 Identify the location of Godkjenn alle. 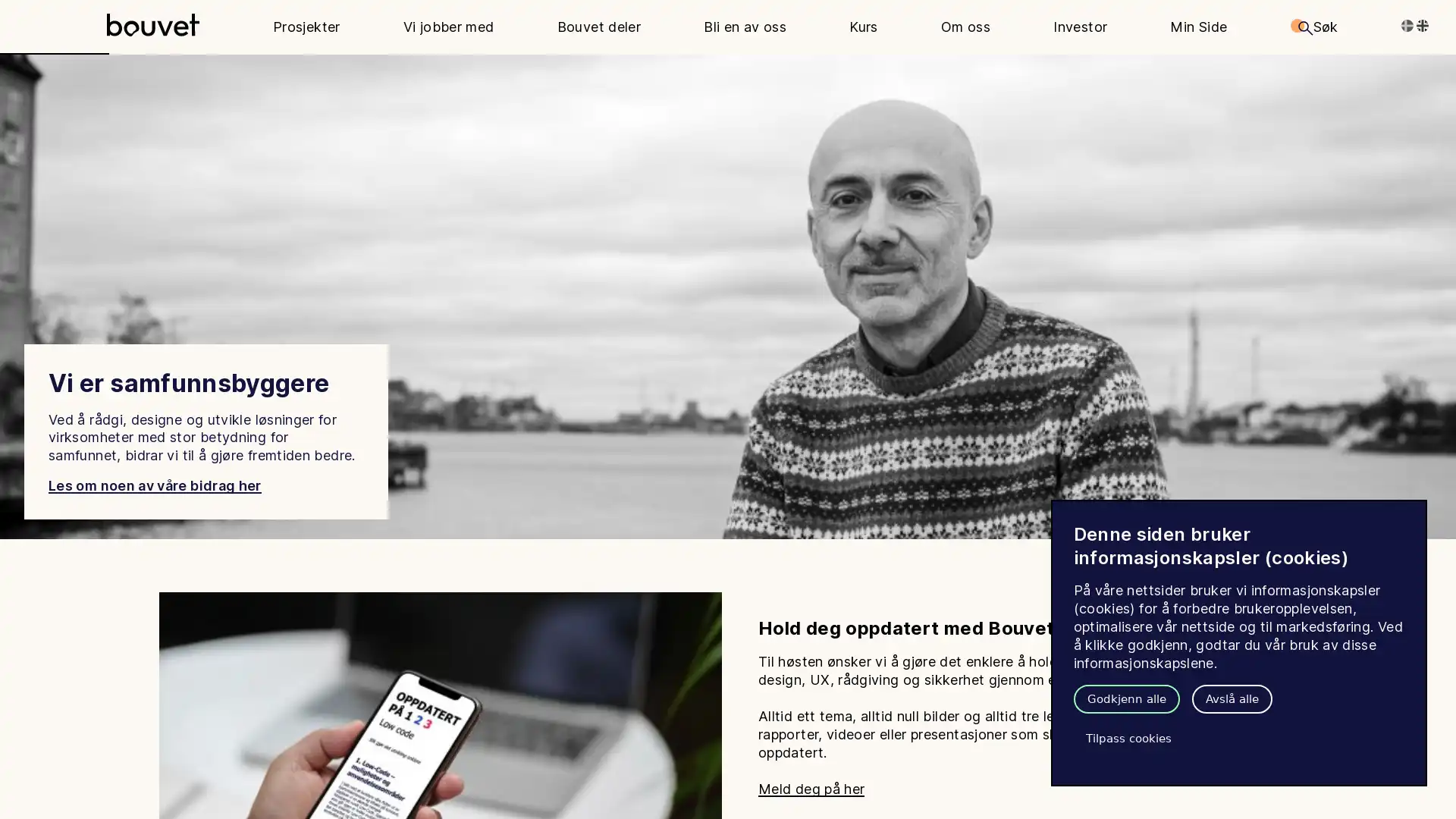
(1125, 698).